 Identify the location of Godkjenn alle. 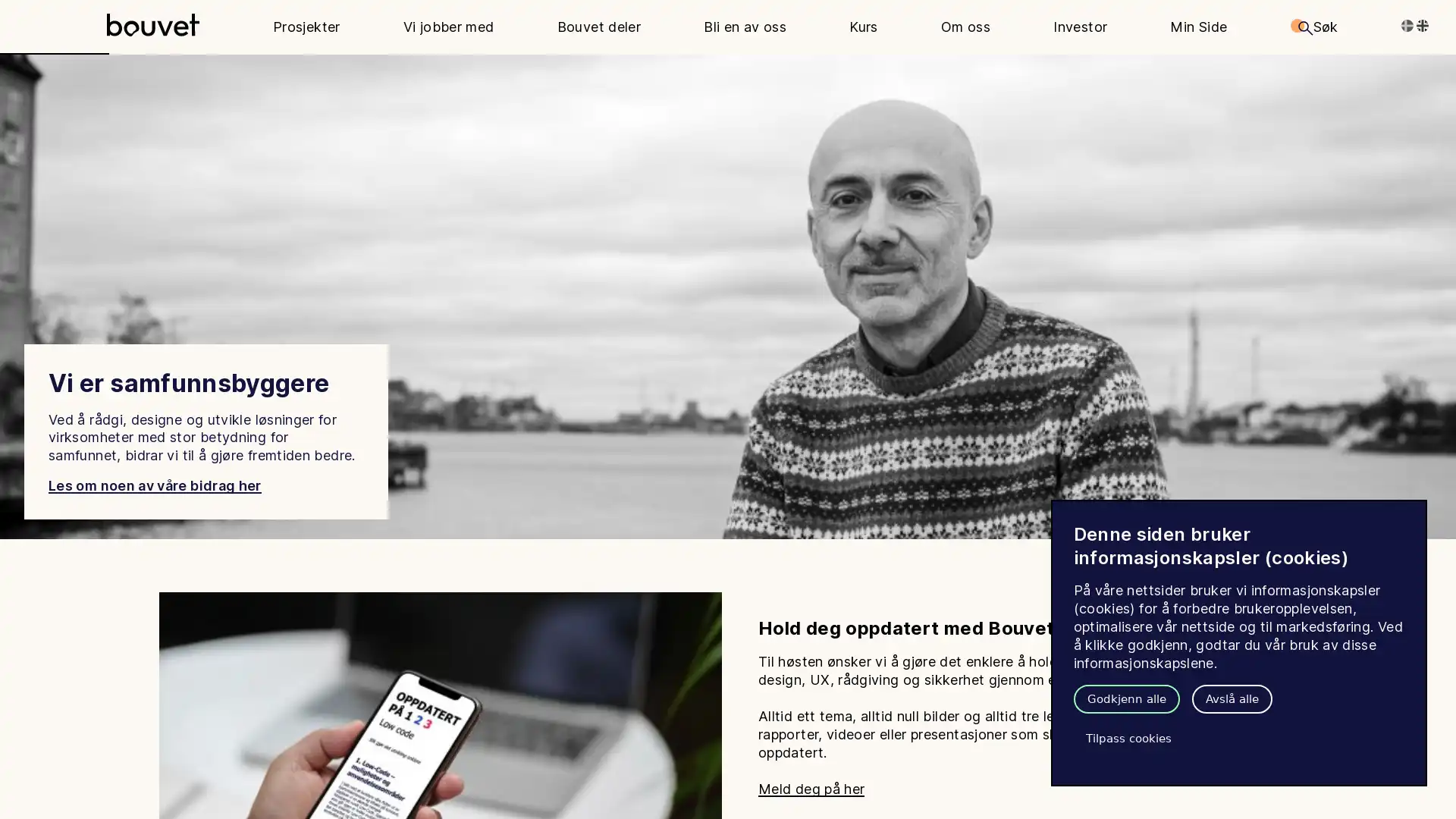
(1125, 698).